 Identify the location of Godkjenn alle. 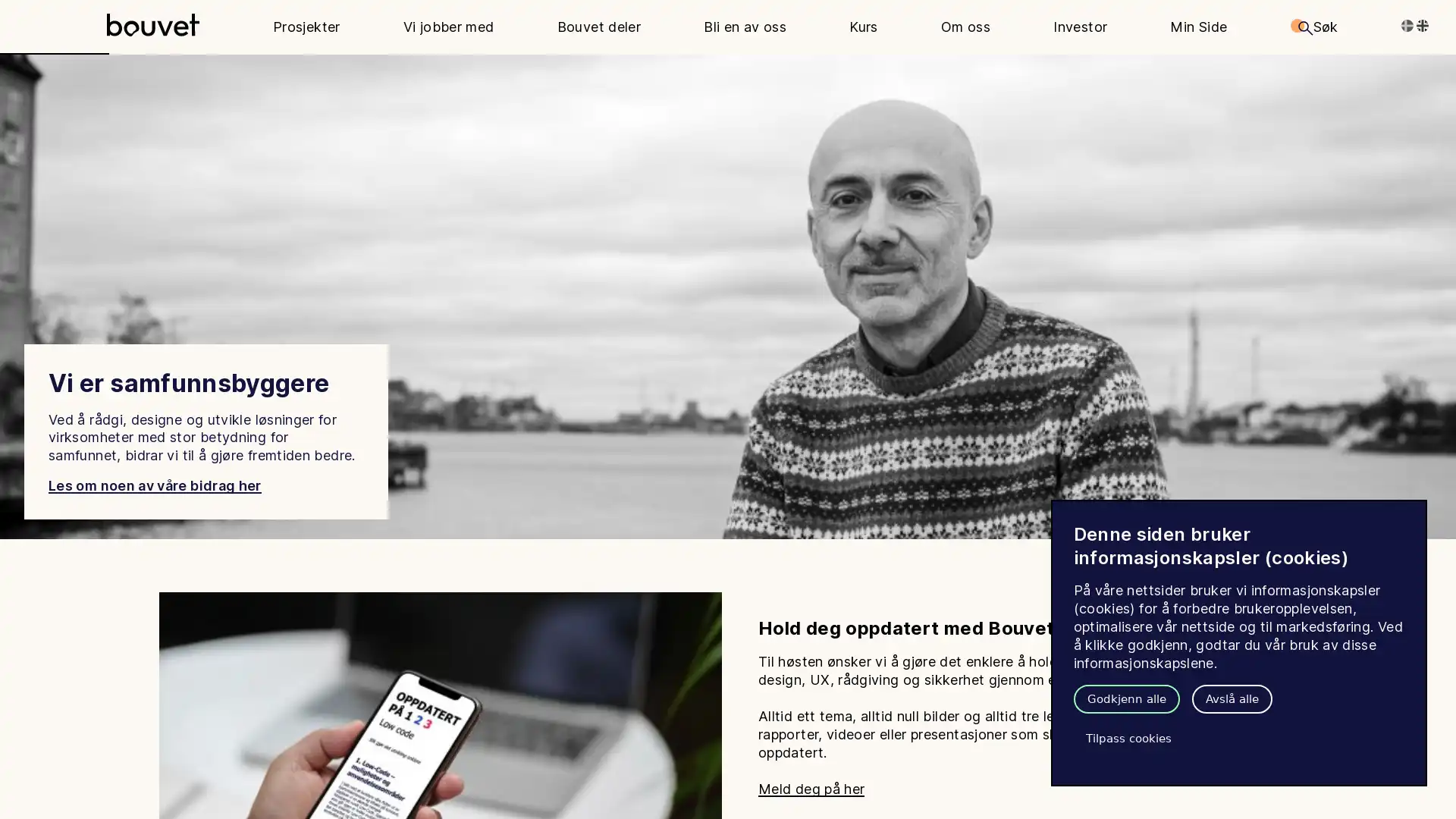
(1125, 698).